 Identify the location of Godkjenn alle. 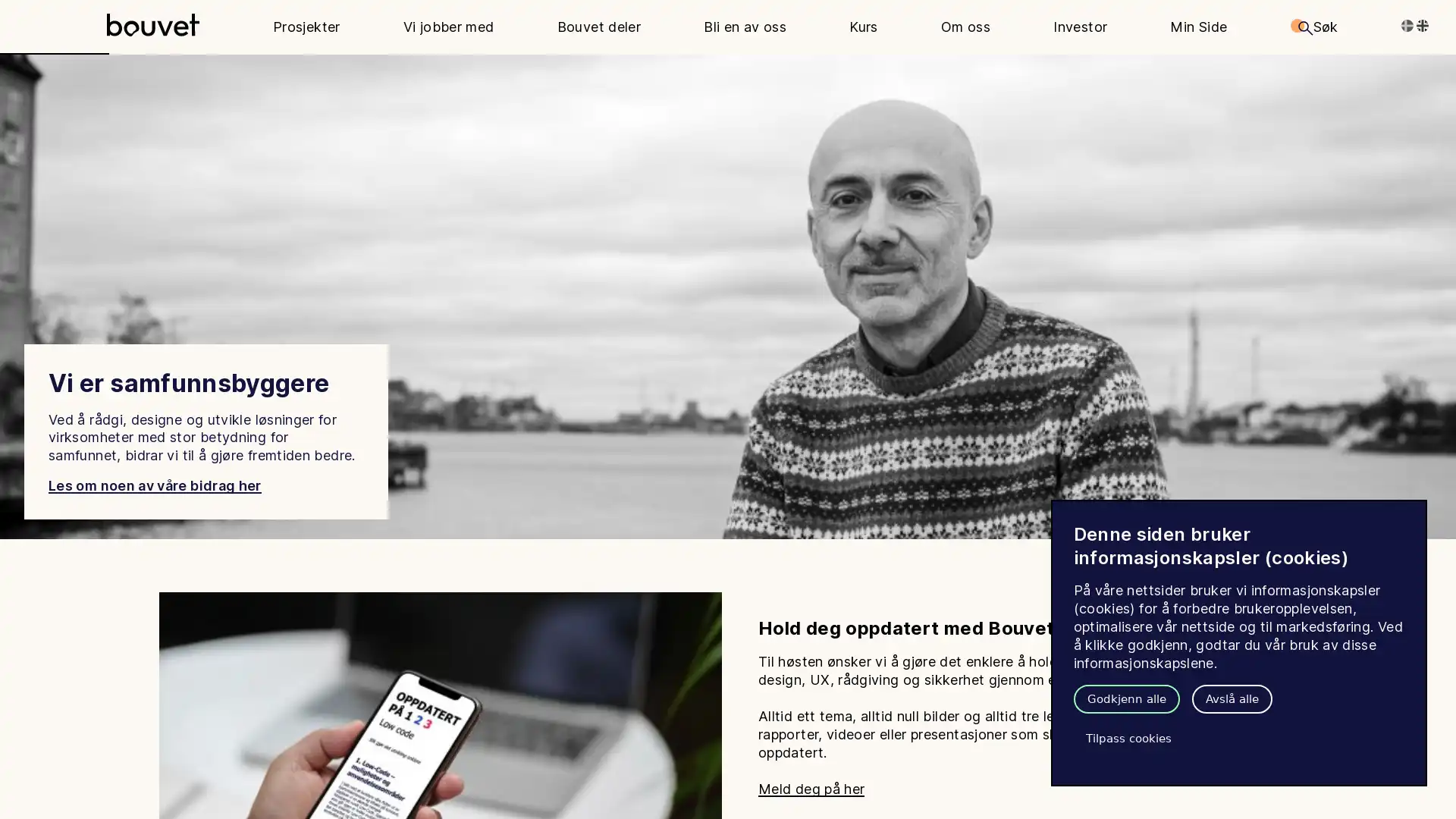
(1125, 698).